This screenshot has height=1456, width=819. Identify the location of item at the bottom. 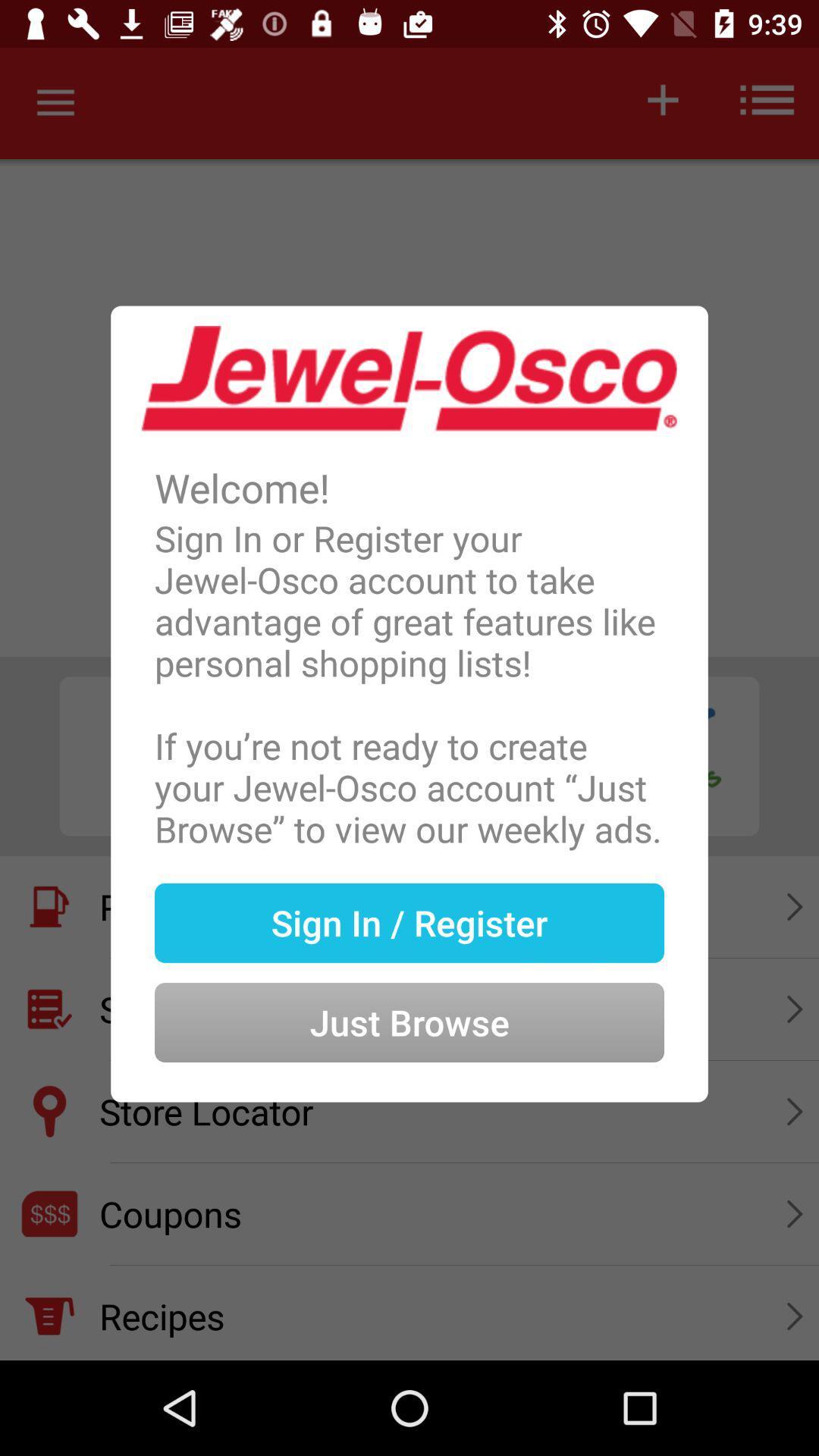
(409, 998).